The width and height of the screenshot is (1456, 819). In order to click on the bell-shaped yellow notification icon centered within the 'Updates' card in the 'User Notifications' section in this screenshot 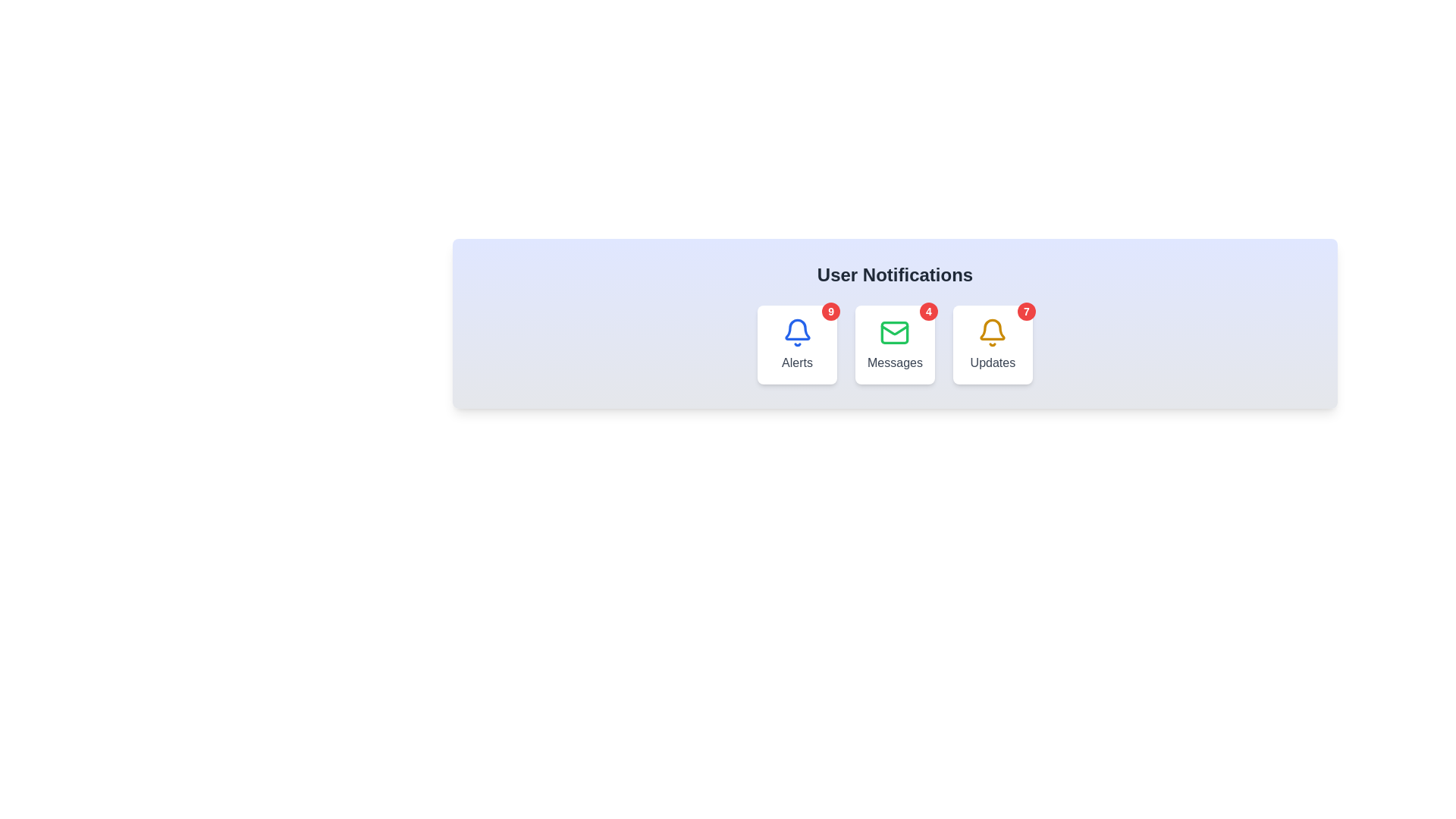, I will do `click(993, 332)`.